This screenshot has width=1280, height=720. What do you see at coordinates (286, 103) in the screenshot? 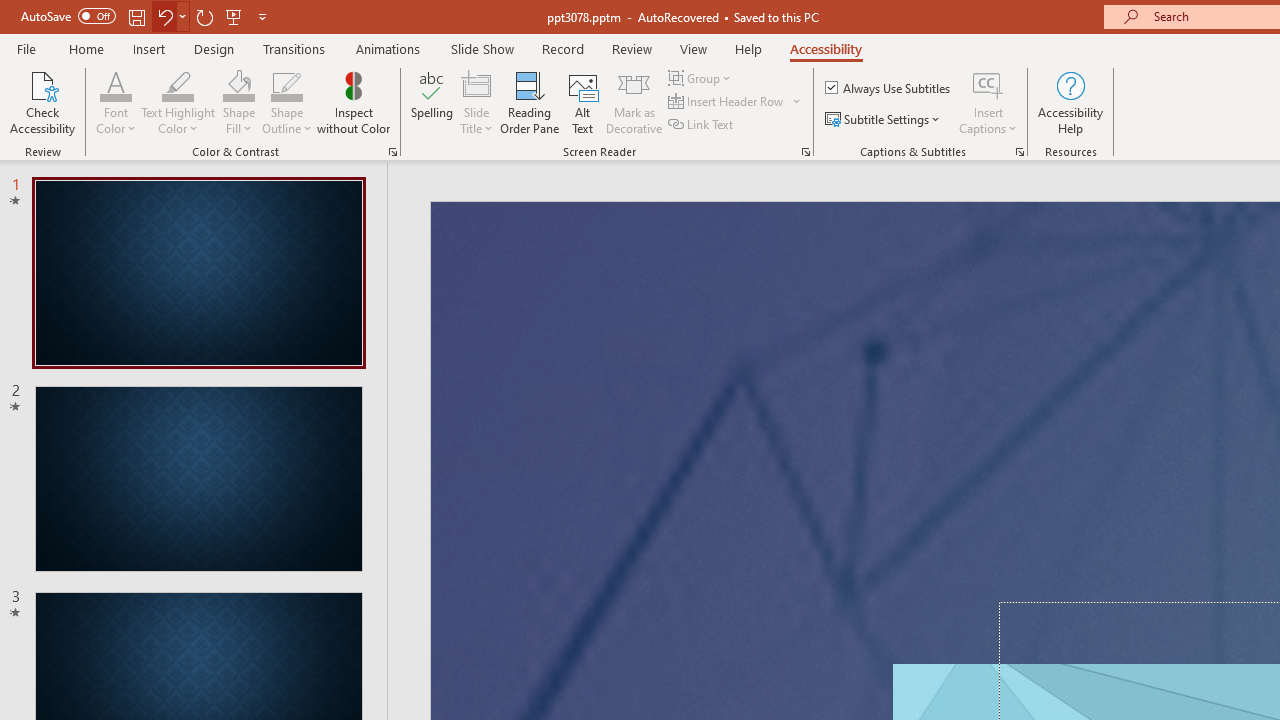
I see `'Shape Outline'` at bounding box center [286, 103].